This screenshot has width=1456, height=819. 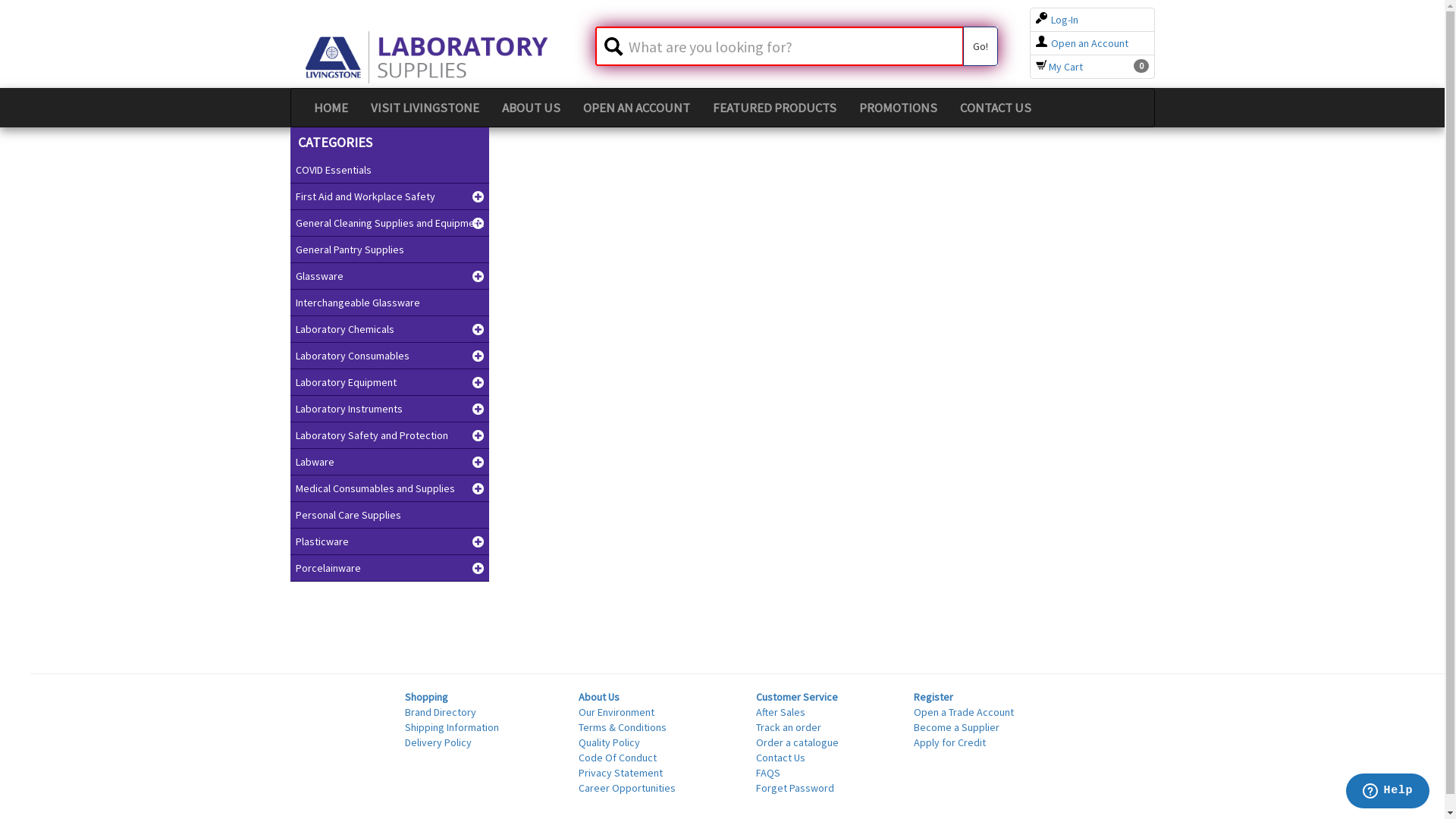 I want to click on 'Shipping Information', so click(x=450, y=726).